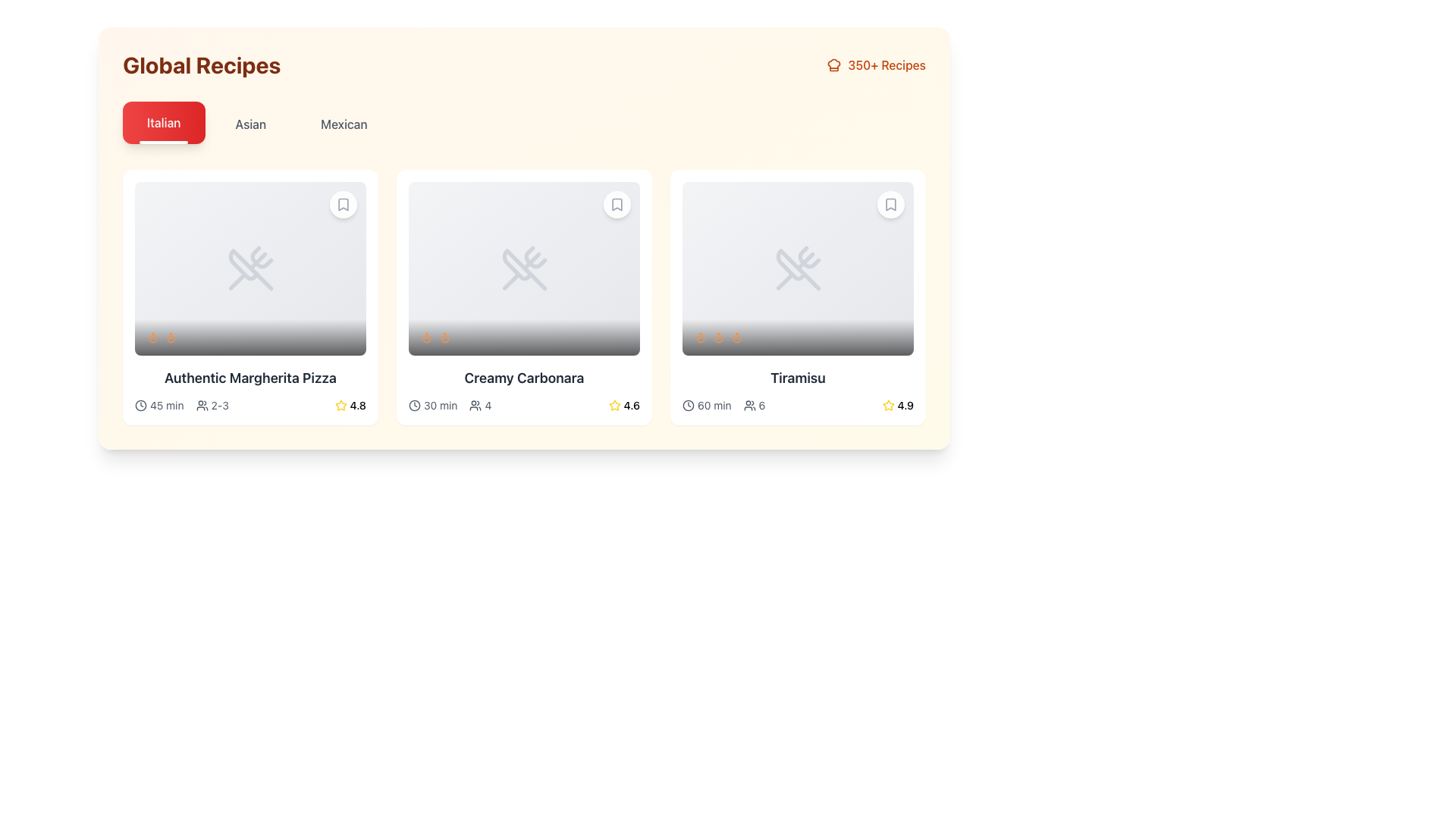 This screenshot has height=819, width=1456. I want to click on the user/group icon with a minimalistic design, positioned before the text '2-3' in the recipe card's additional information area, so click(201, 404).